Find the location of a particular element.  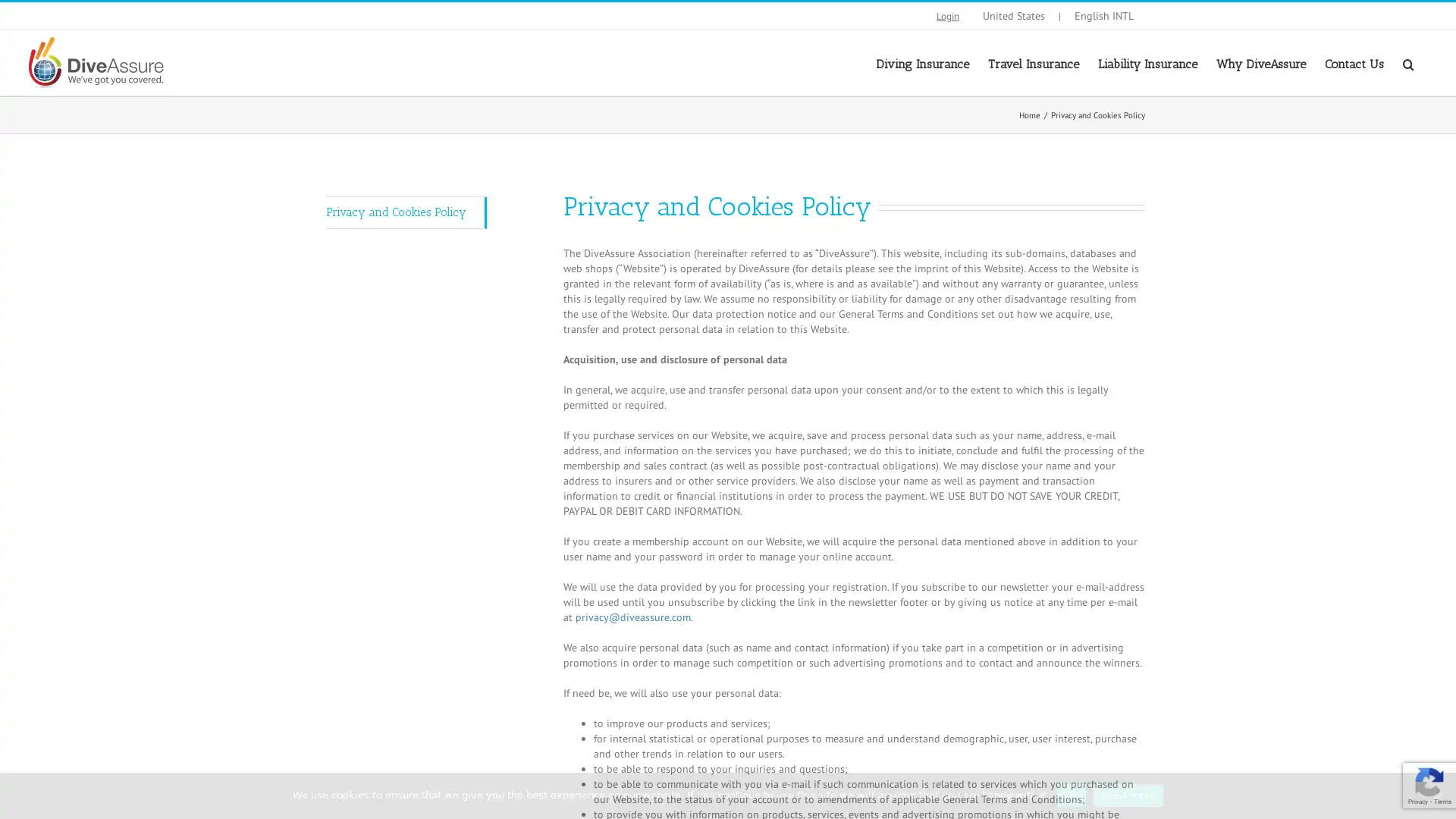

Search is located at coordinates (1407, 62).